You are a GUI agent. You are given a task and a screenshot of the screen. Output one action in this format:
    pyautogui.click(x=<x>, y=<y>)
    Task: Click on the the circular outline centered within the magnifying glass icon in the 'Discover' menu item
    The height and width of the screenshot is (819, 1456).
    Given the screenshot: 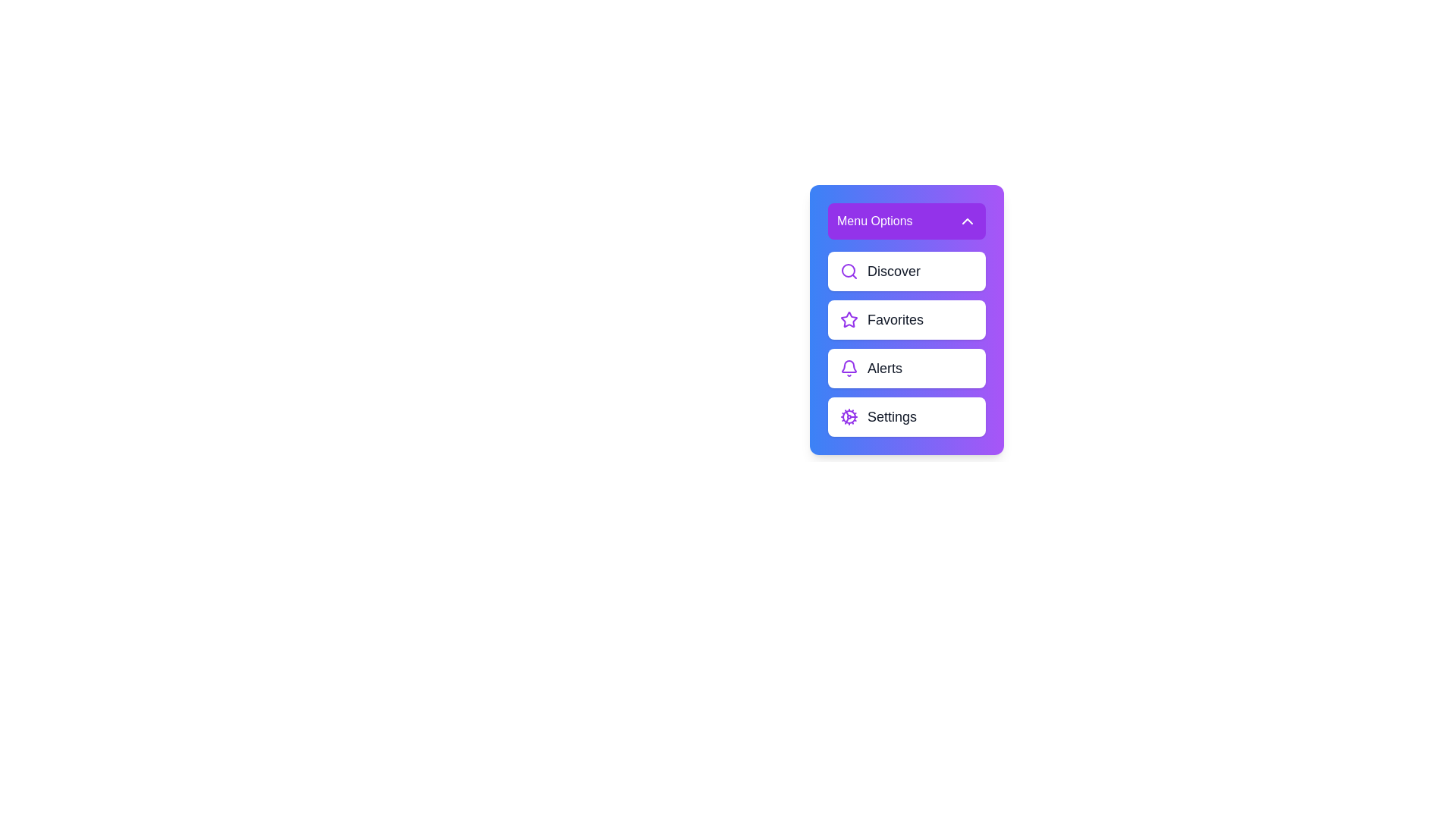 What is the action you would take?
    pyautogui.click(x=847, y=270)
    